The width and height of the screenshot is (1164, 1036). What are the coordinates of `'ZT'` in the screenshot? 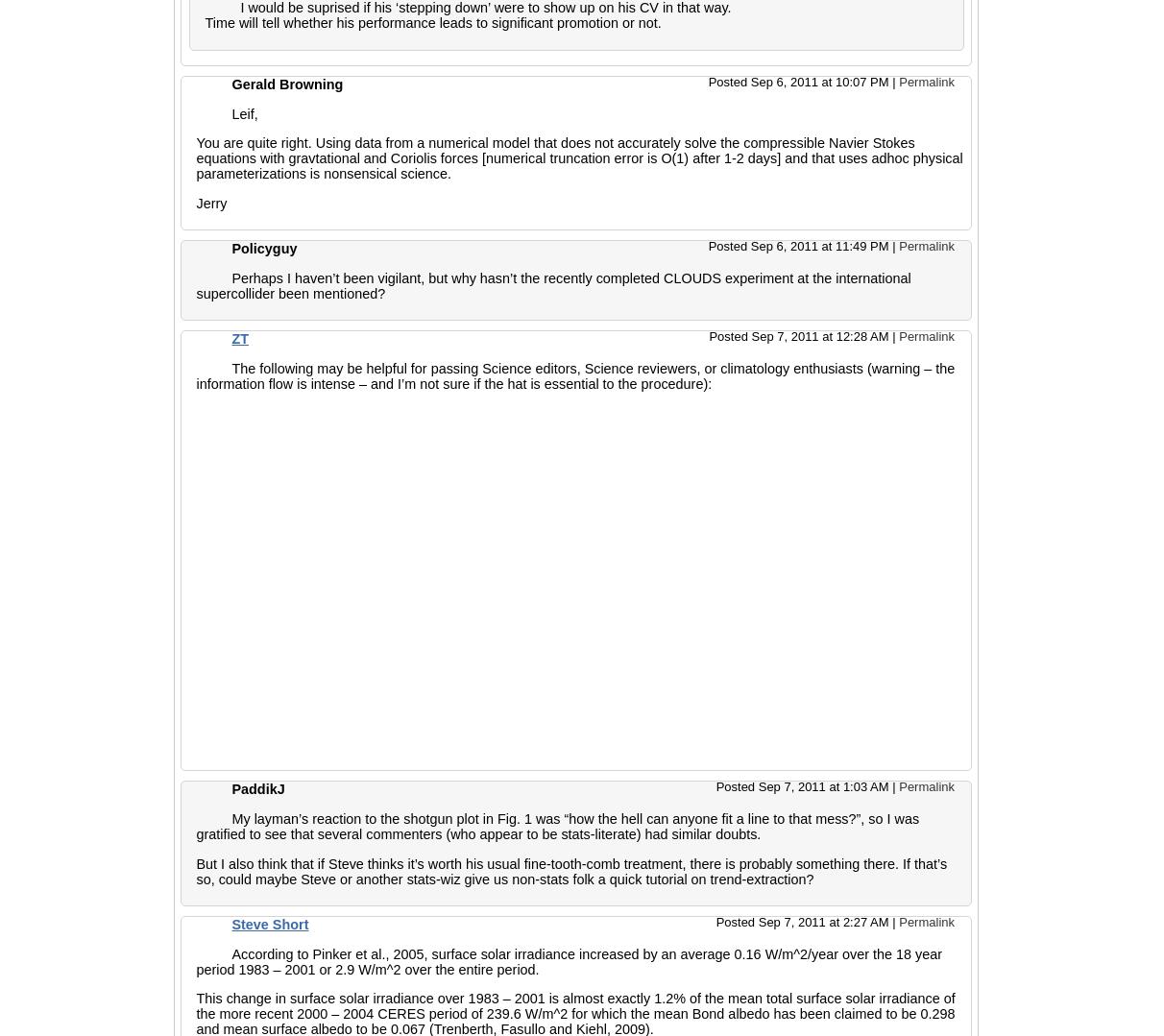 It's located at (240, 339).